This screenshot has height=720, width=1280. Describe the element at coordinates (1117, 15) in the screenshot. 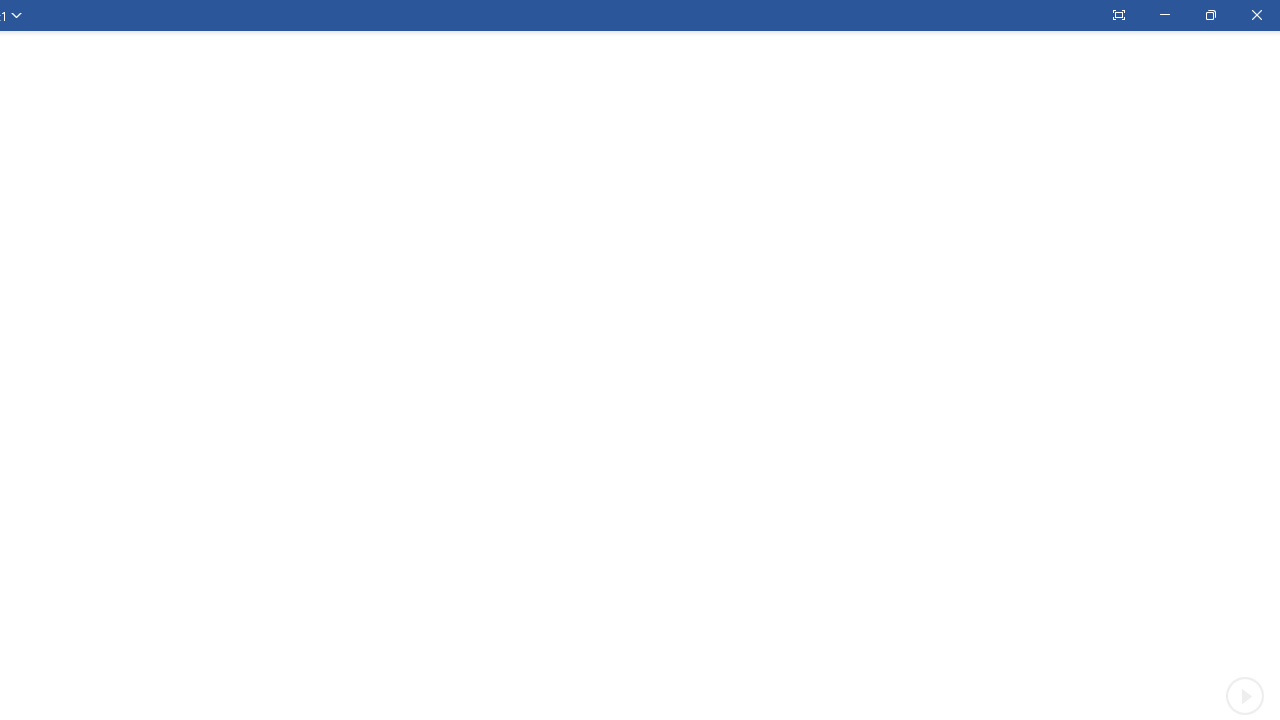

I see `'Auto-hide Reading Toolbar'` at that location.